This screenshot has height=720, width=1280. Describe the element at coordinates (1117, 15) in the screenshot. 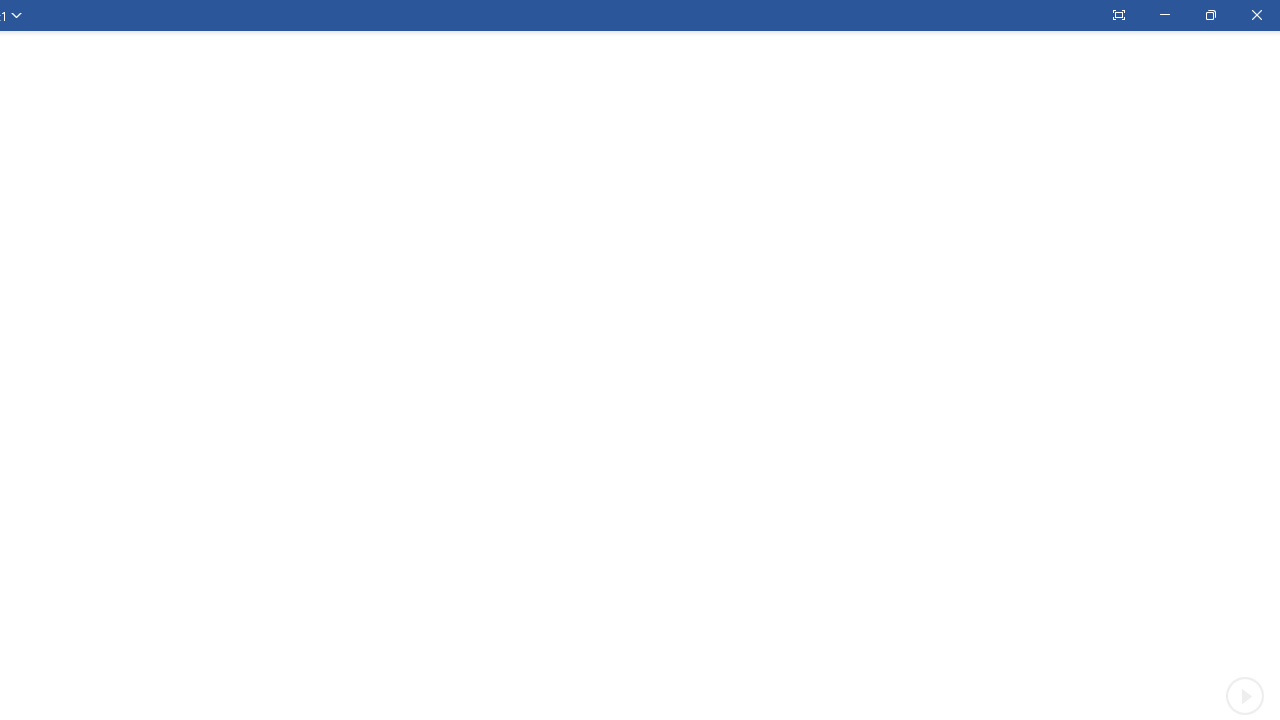

I see `'Auto-hide Reading Toolbar'` at that location.